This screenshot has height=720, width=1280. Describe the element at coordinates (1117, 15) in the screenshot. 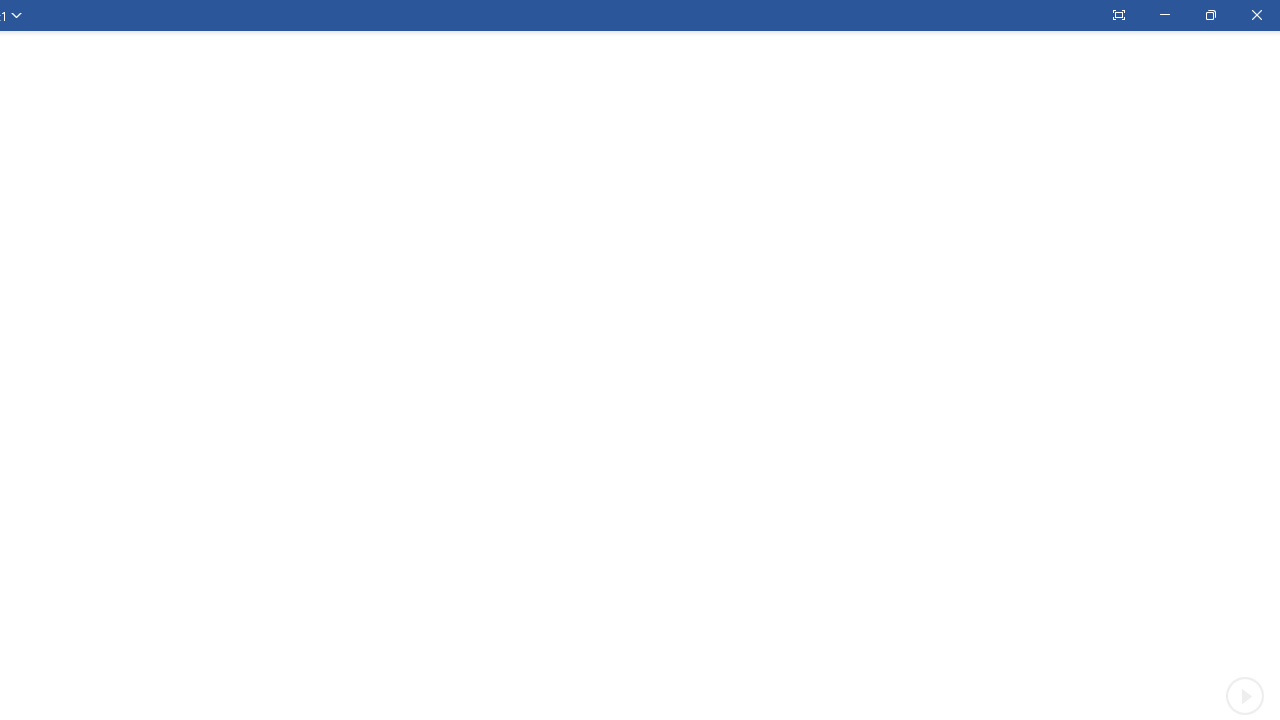

I see `'Auto-hide Reading Toolbar'` at that location.